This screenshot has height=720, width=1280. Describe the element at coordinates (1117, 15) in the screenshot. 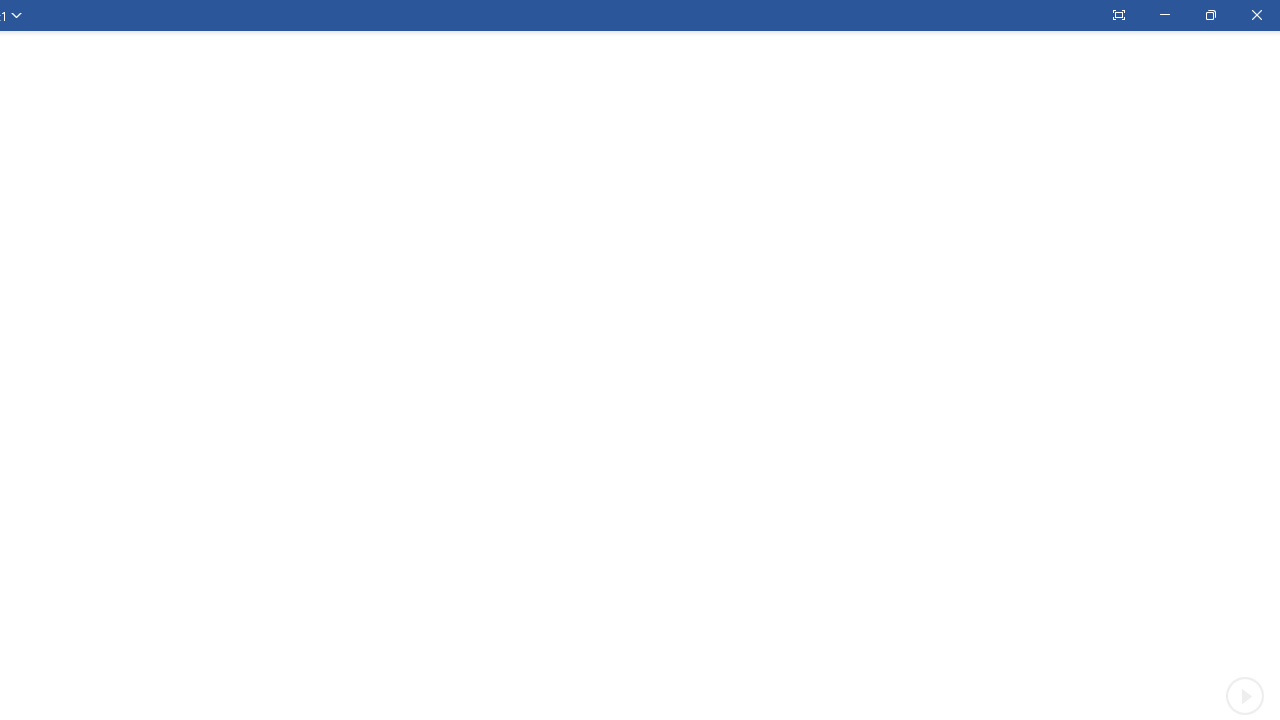

I see `'Auto-hide Reading Toolbar'` at that location.